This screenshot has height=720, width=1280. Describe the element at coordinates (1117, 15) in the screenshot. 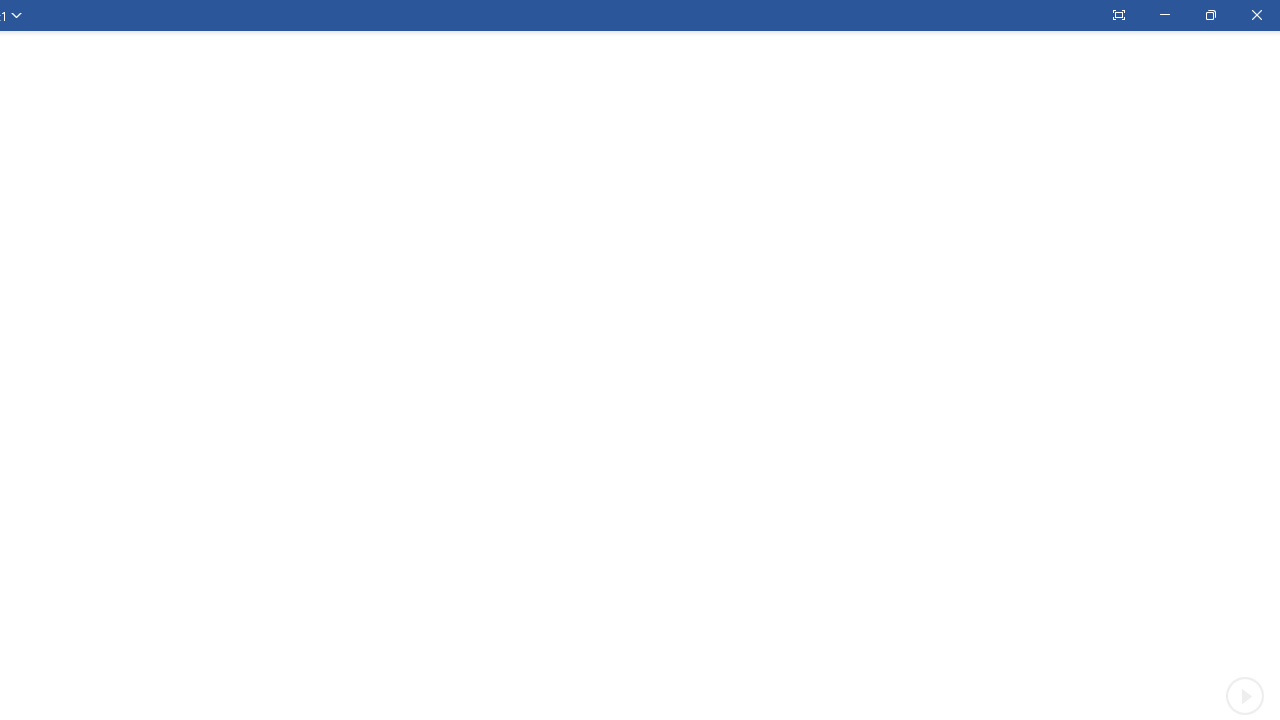

I see `'Auto-hide Reading Toolbar'` at that location.